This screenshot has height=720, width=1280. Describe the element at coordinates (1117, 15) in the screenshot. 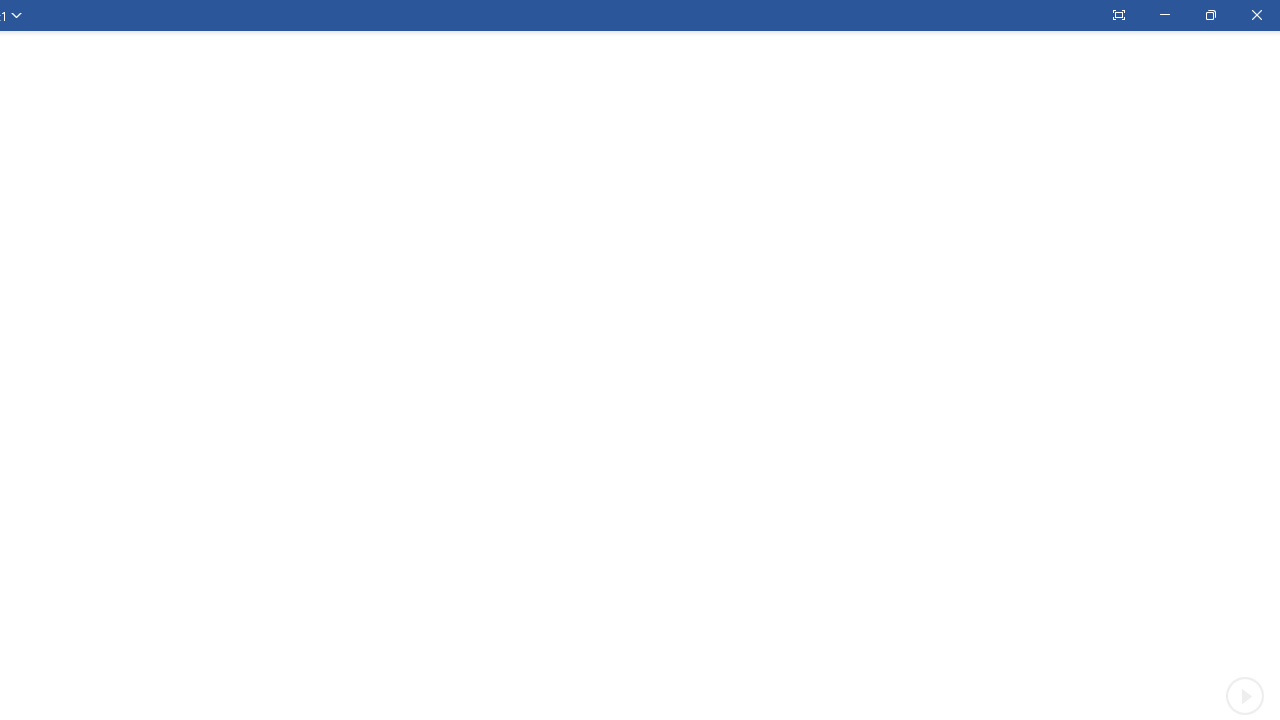

I see `'Auto-hide Reading Toolbar'` at that location.